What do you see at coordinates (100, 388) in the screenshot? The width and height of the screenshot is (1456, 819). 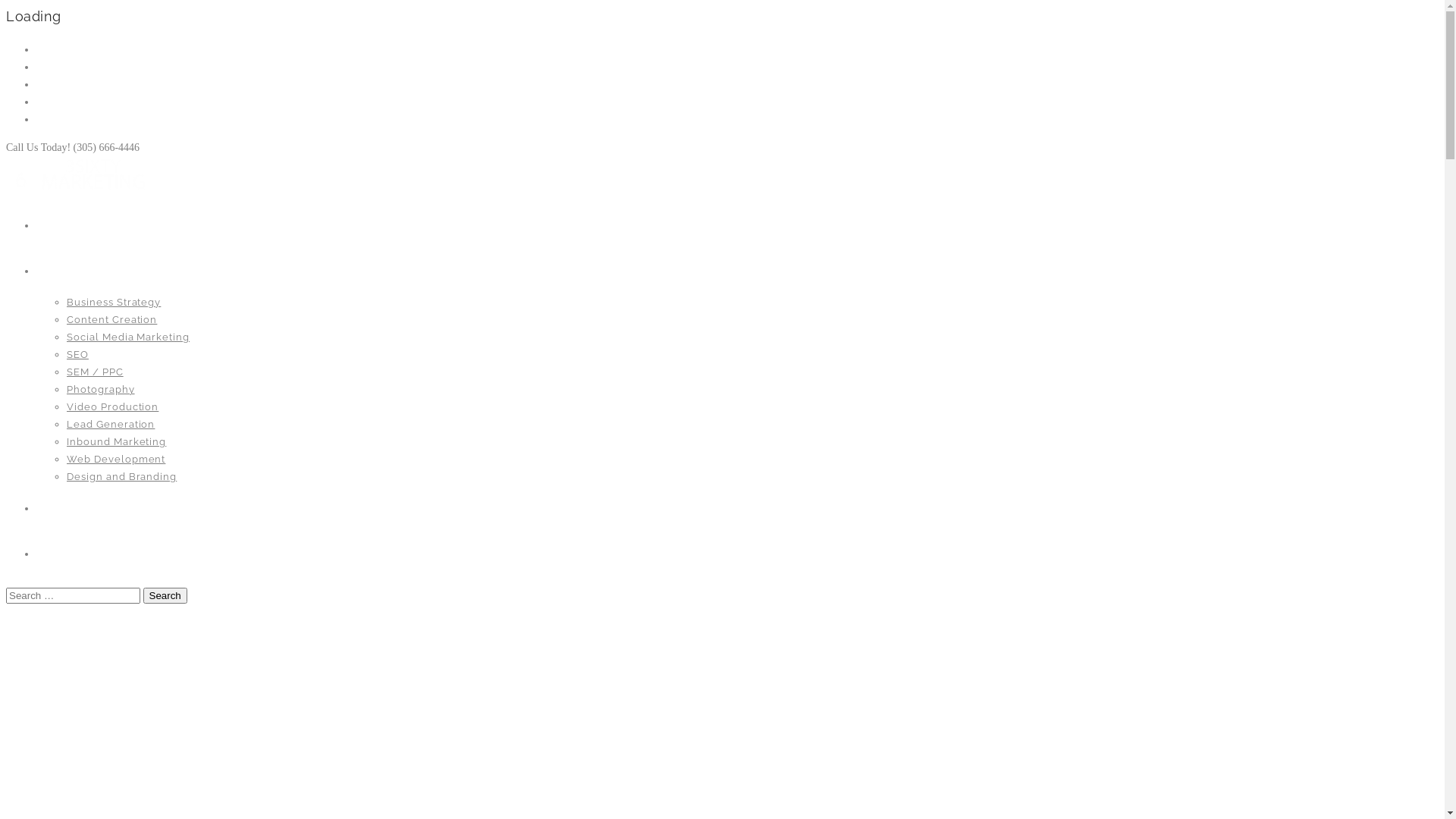 I see `'Photography'` at bounding box center [100, 388].